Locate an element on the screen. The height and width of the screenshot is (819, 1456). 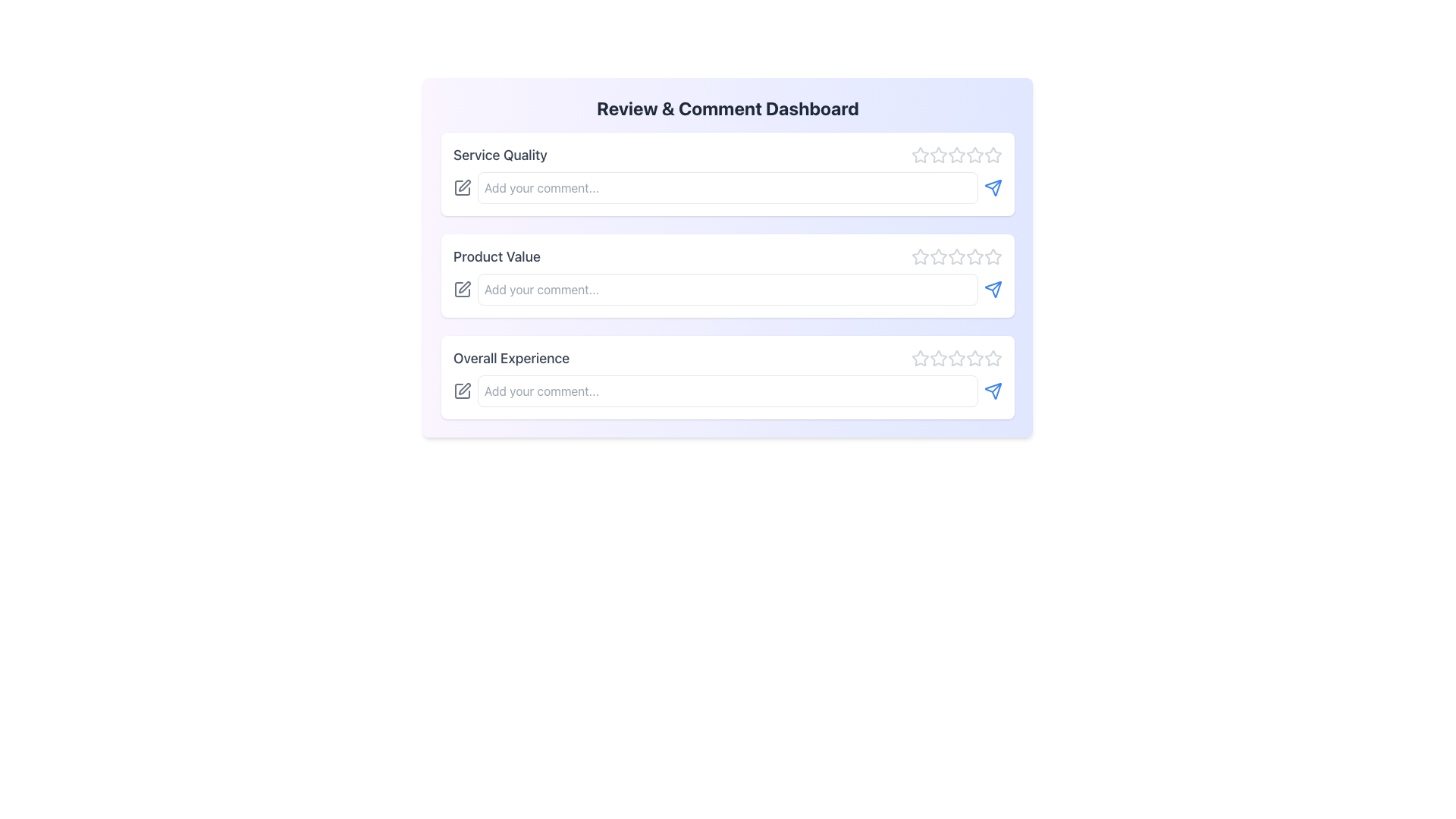
the first Rating star icon, which is light gray and indicates an unselected state is located at coordinates (920, 155).